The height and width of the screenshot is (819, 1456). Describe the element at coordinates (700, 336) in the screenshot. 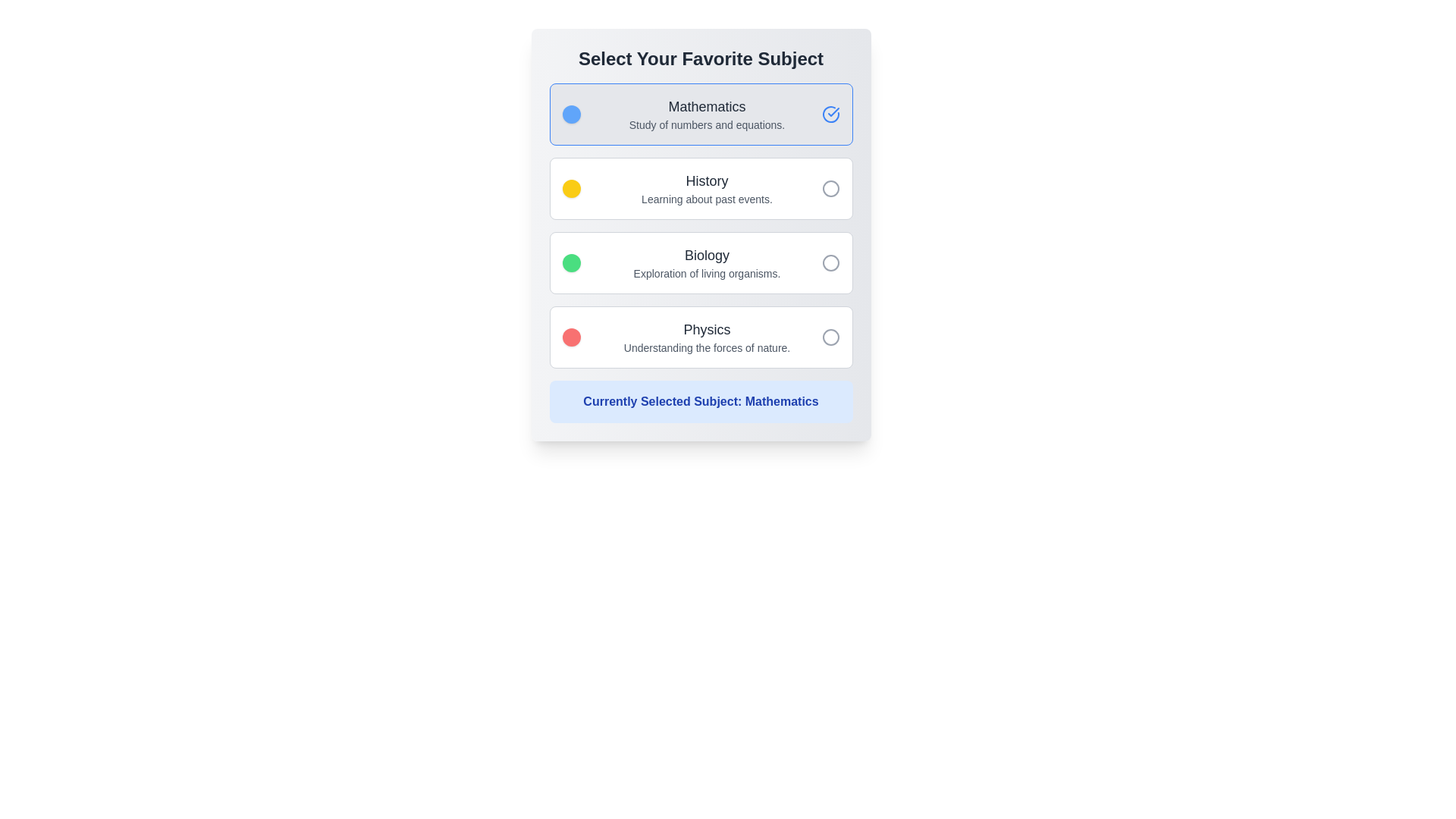

I see `the selectable list item for 'Physics'` at that location.